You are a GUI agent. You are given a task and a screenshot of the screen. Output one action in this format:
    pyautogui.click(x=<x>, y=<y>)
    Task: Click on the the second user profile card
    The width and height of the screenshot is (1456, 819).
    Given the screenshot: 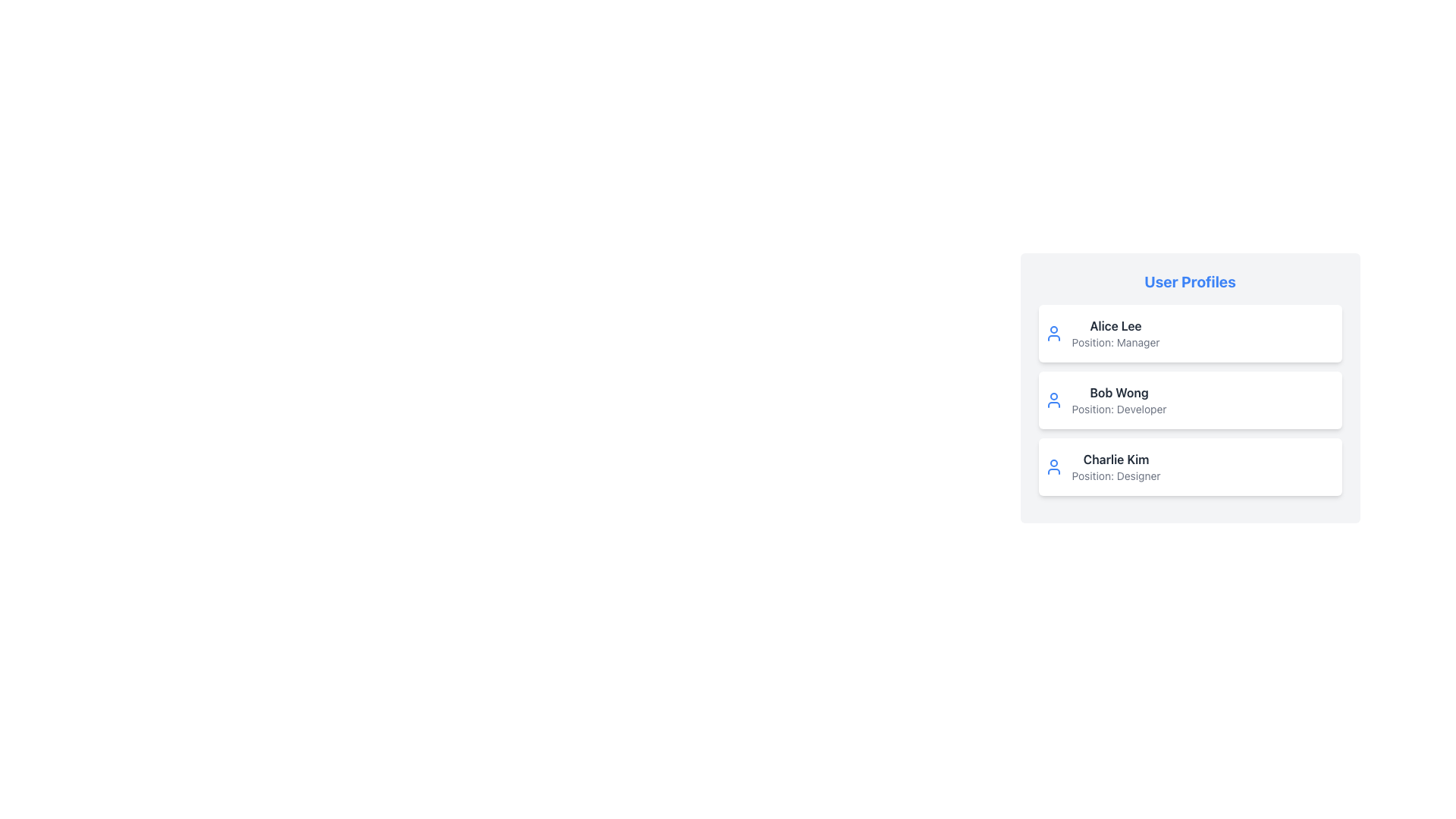 What is the action you would take?
    pyautogui.click(x=1189, y=400)
    